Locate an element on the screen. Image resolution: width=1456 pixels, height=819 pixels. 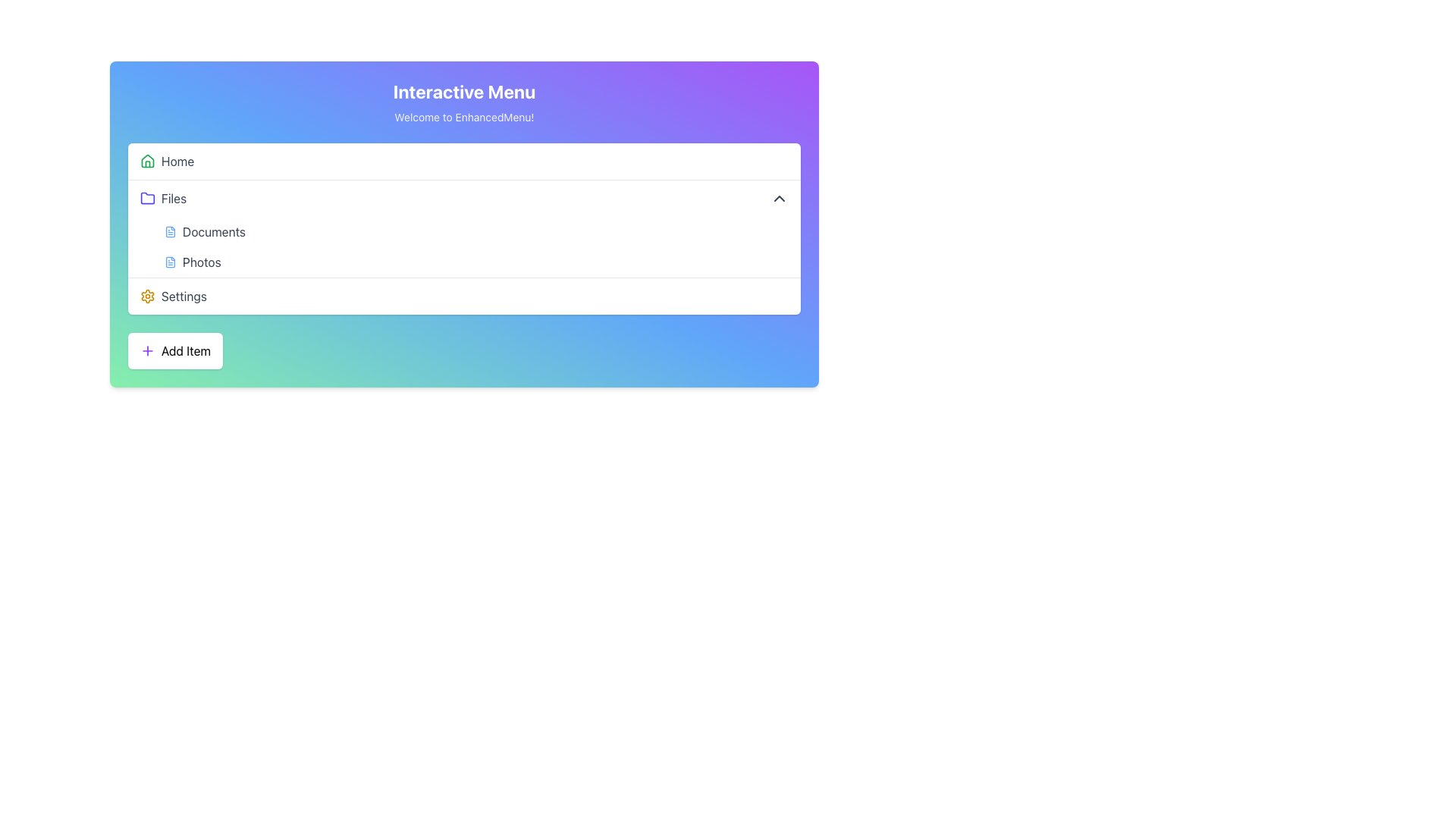
the 'Home' icon located at the top of the interactive menu component, which resembles a stylized house shape is located at coordinates (148, 161).